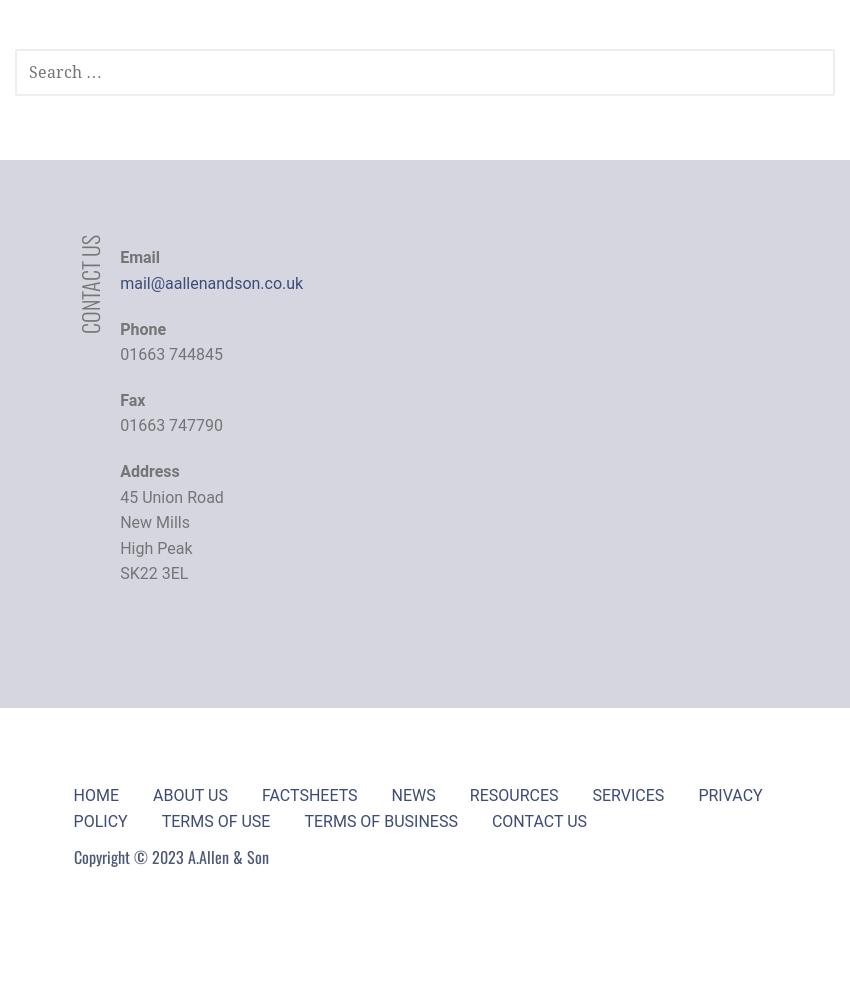  I want to click on 'Resources', so click(512, 794).